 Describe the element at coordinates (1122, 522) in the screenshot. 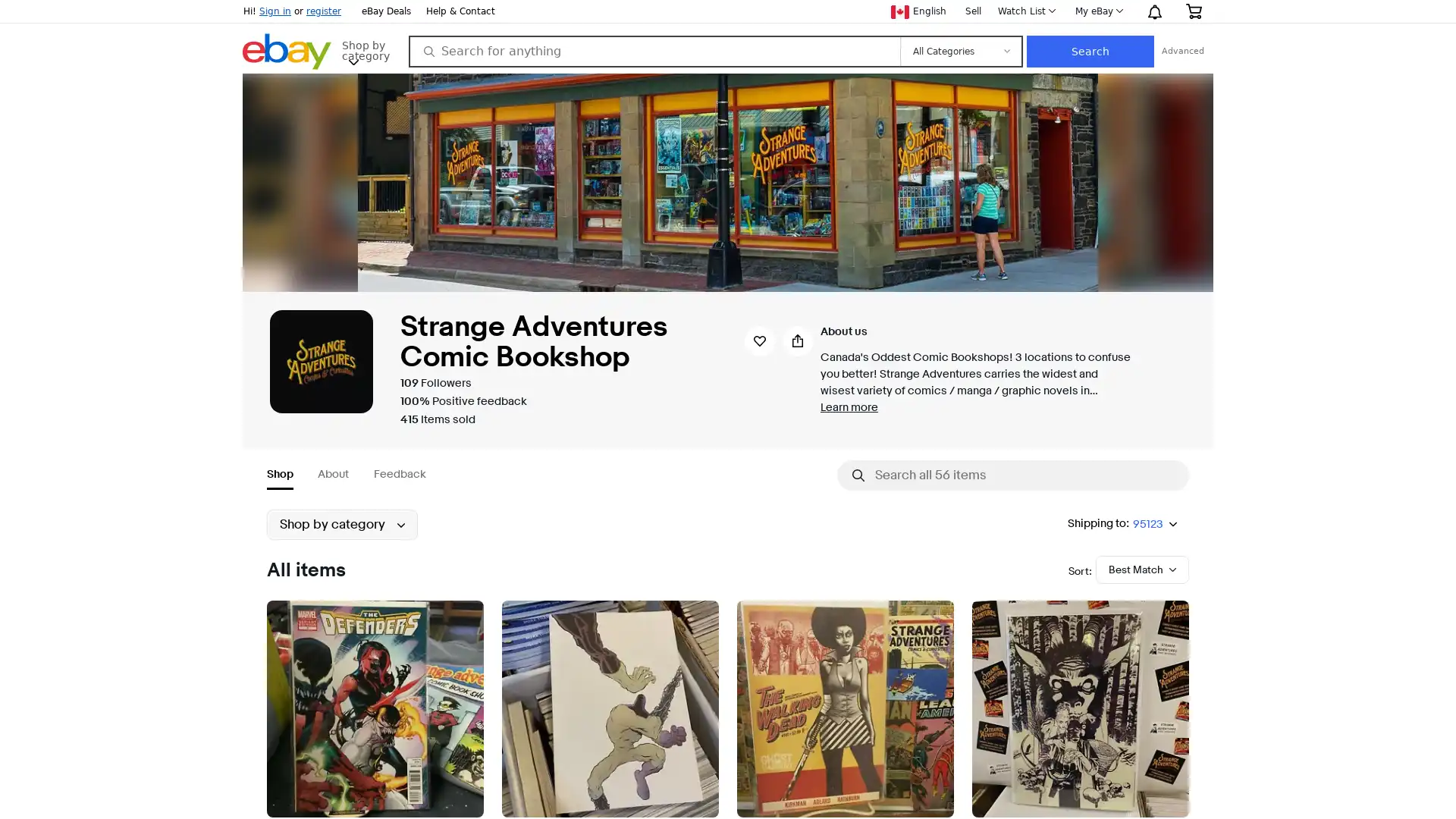

I see `Shipping to:95123` at that location.